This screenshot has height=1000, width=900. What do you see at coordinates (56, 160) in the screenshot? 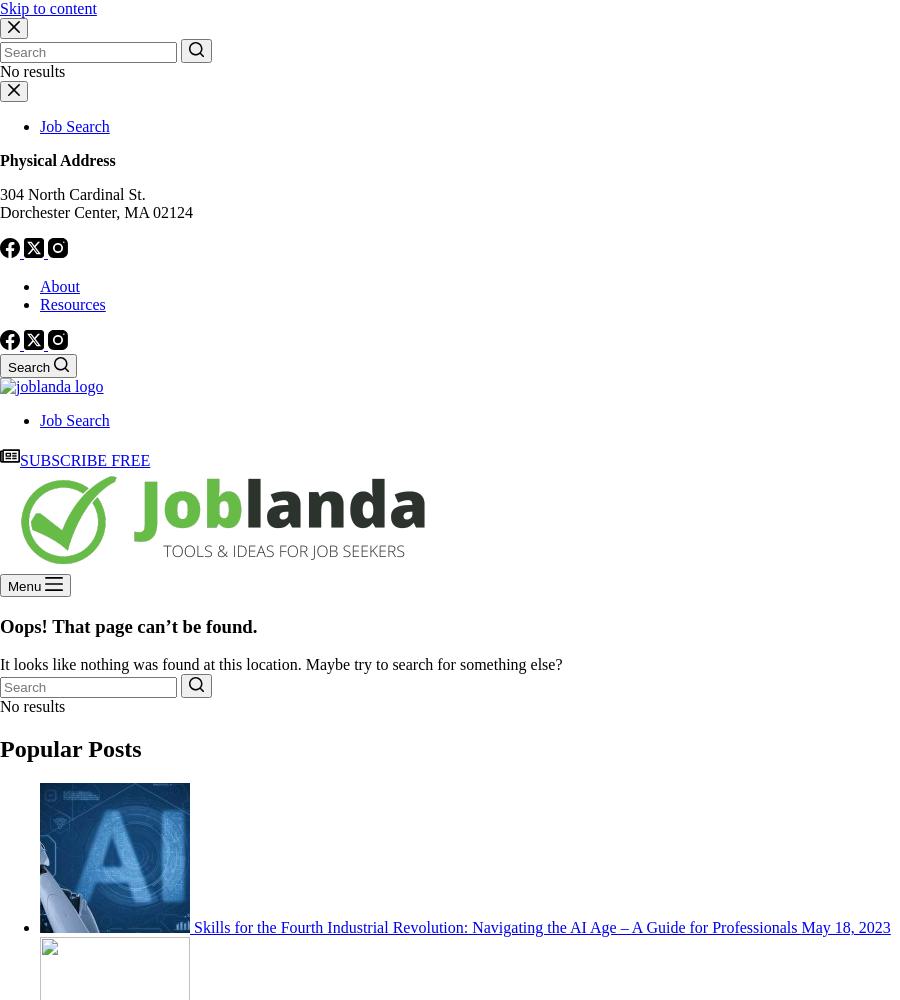
I see `'Physical Address'` at bounding box center [56, 160].